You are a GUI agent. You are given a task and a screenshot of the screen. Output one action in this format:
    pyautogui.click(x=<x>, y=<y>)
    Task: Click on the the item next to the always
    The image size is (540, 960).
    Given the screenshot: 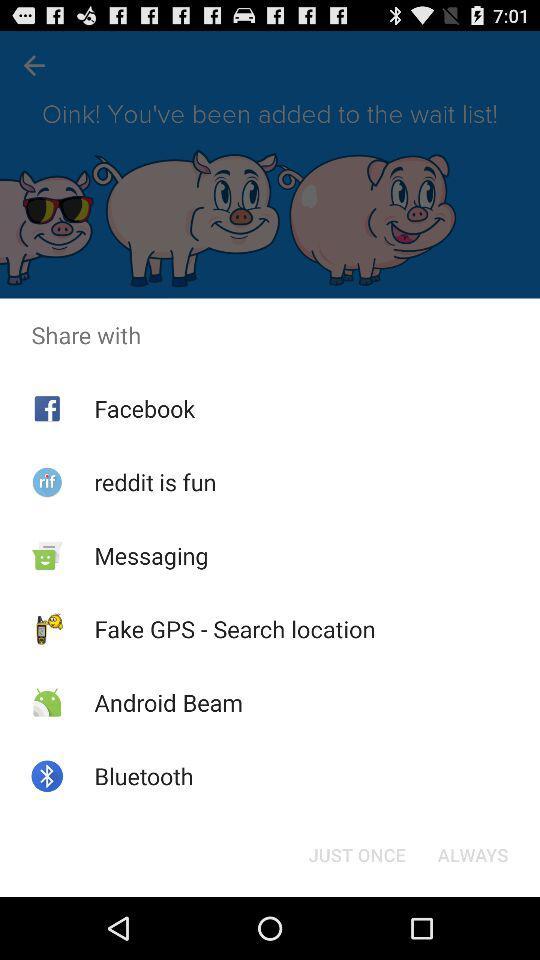 What is the action you would take?
    pyautogui.click(x=356, y=853)
    